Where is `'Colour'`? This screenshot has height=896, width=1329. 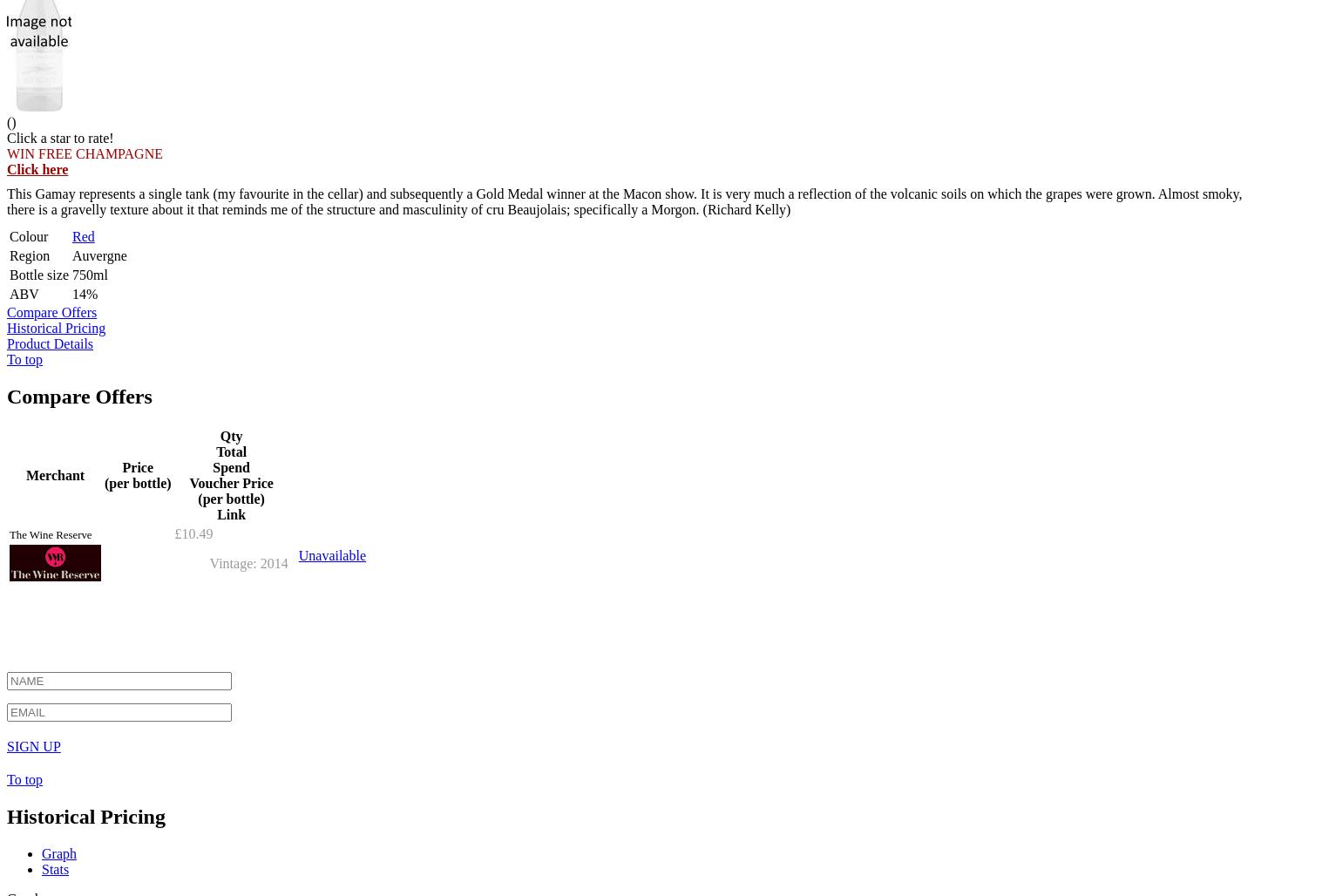
'Colour' is located at coordinates (27, 235).